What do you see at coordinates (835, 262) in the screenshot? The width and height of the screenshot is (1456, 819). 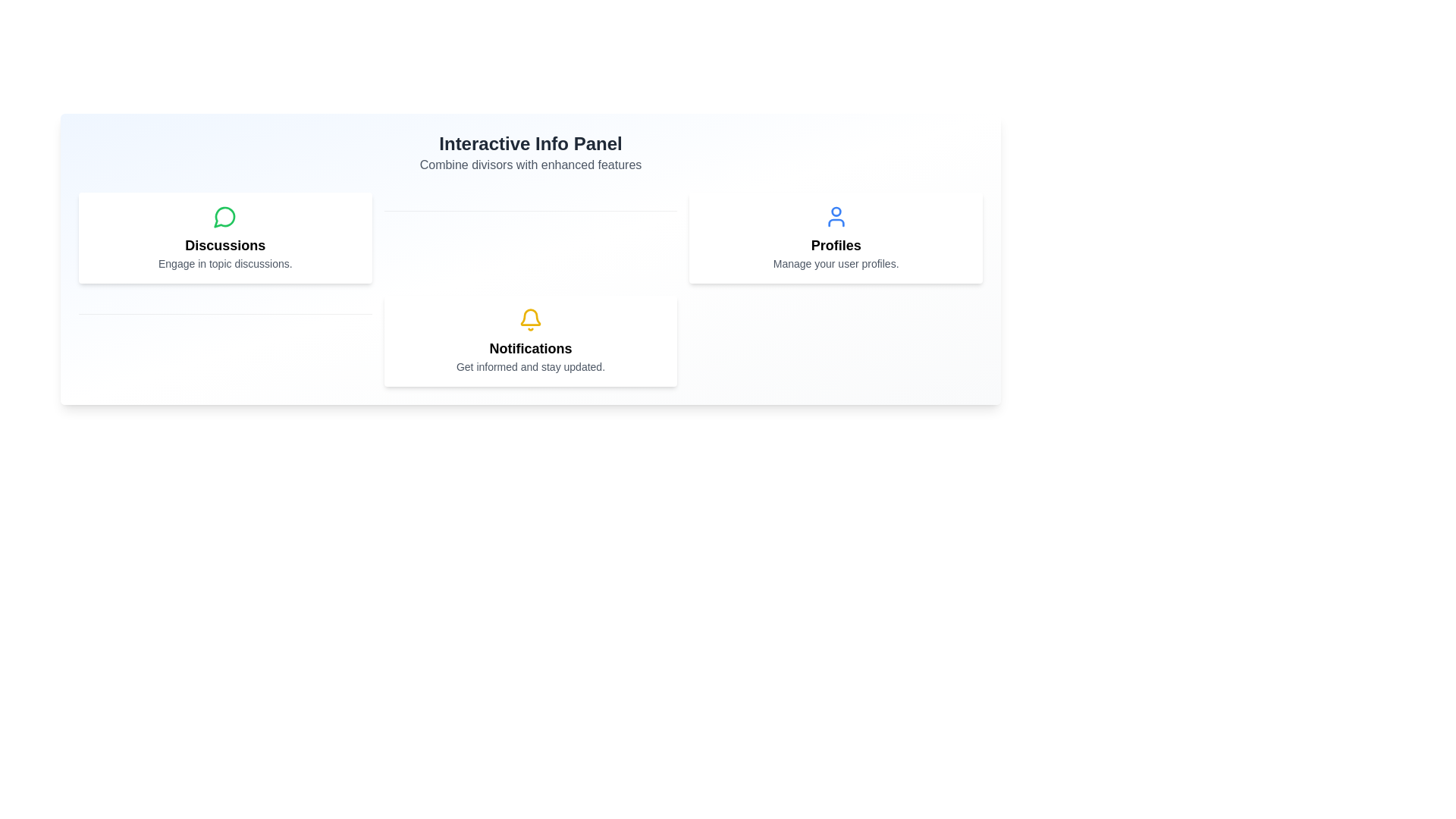 I see `the text label 'Manage your user profiles.' located within the 'Profiles' card in the top-right section of the user interface` at bounding box center [835, 262].